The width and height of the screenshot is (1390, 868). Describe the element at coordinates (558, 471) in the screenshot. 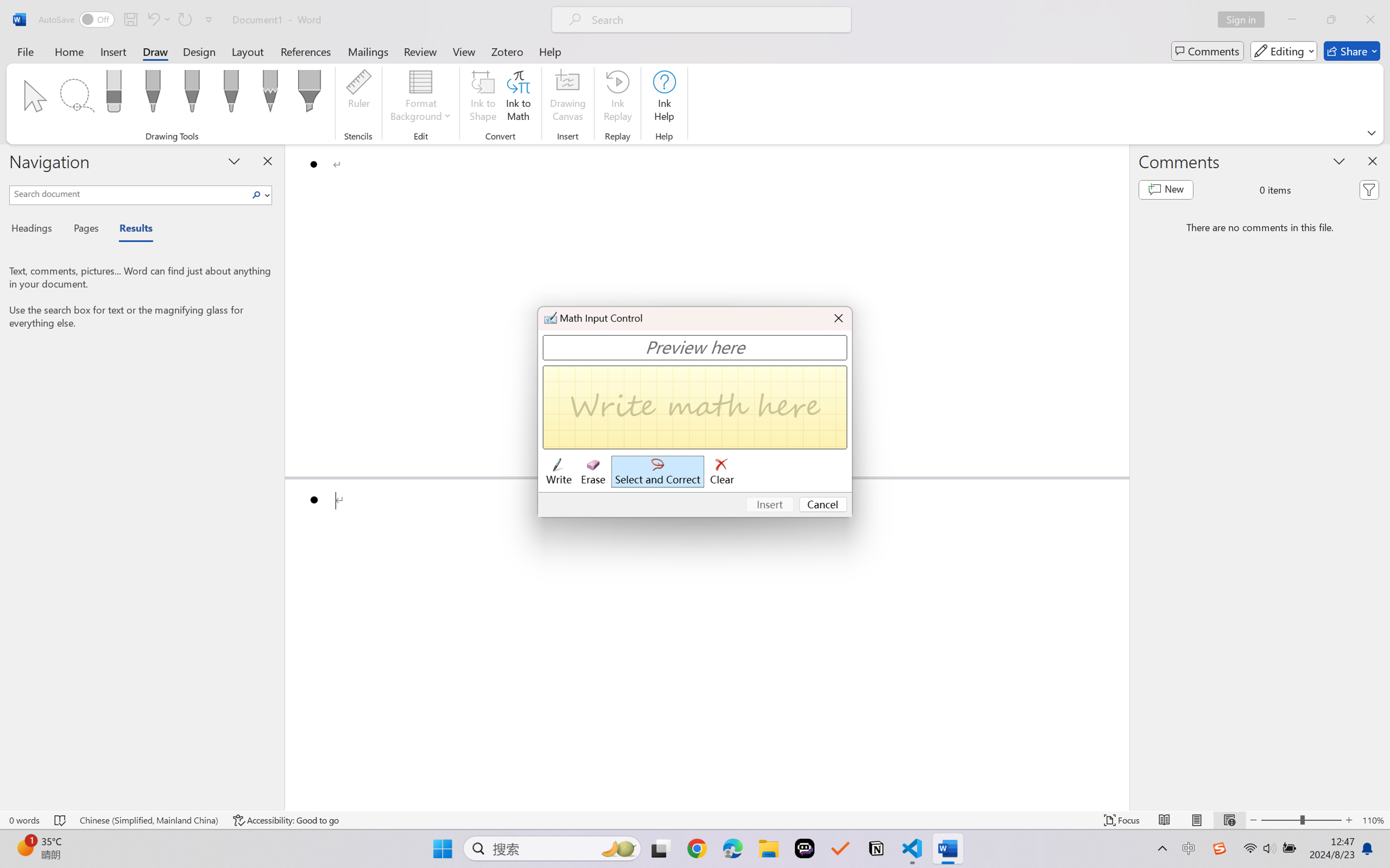

I see `'Write'` at that location.